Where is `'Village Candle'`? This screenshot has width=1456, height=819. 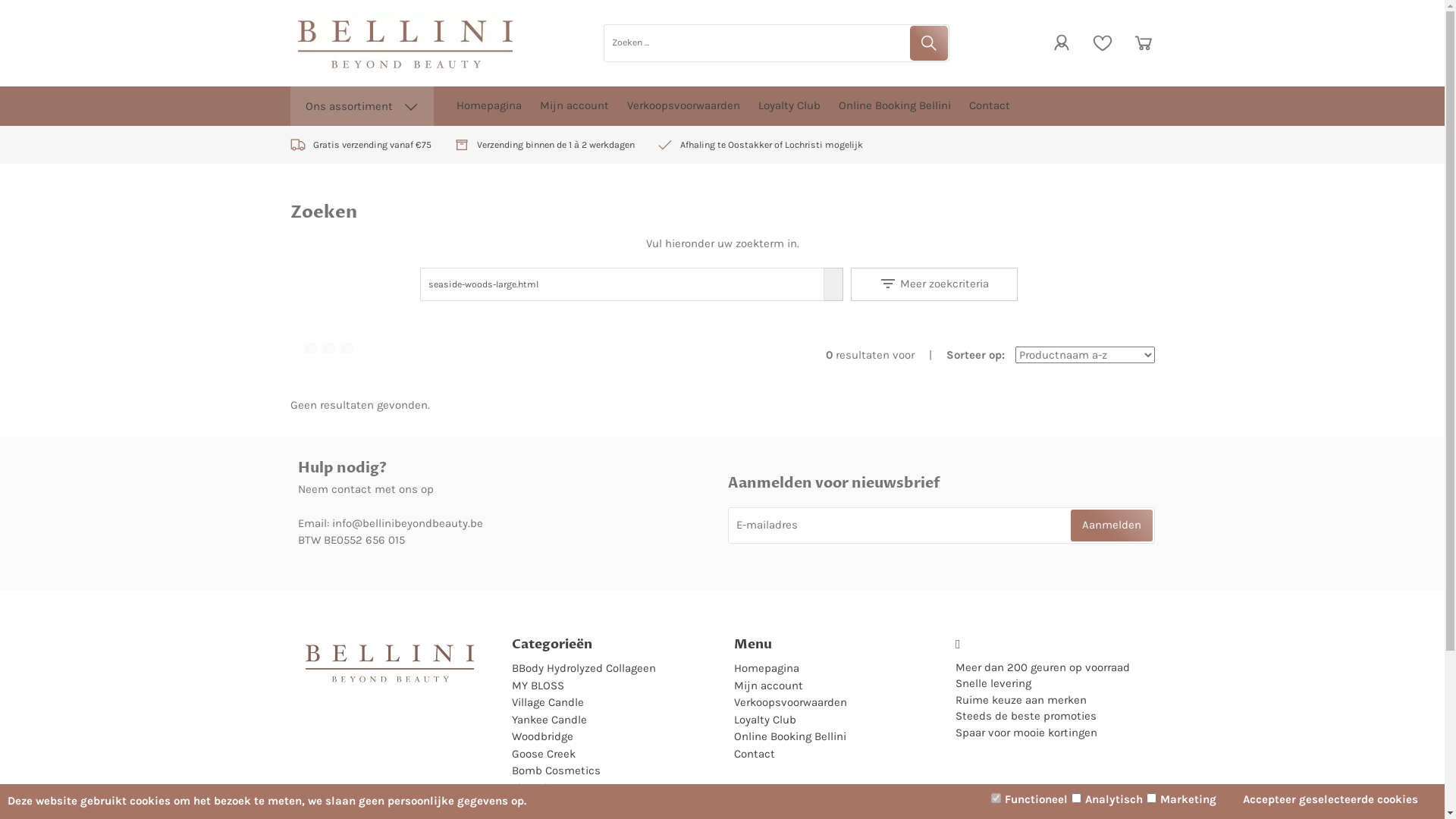
'Village Candle' is located at coordinates (512, 701).